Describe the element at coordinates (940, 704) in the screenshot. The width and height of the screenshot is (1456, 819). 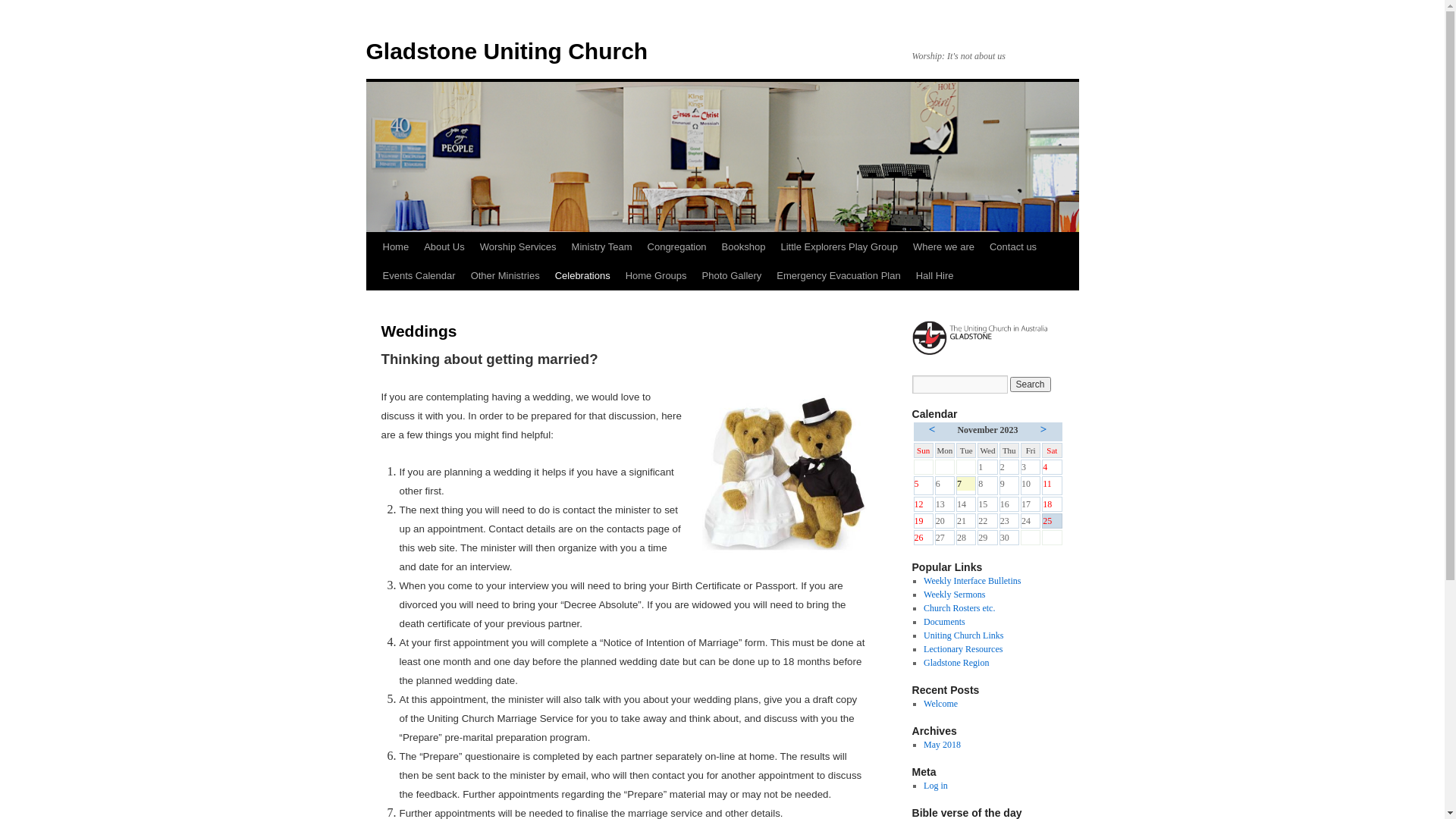
I see `'Welcome'` at that location.